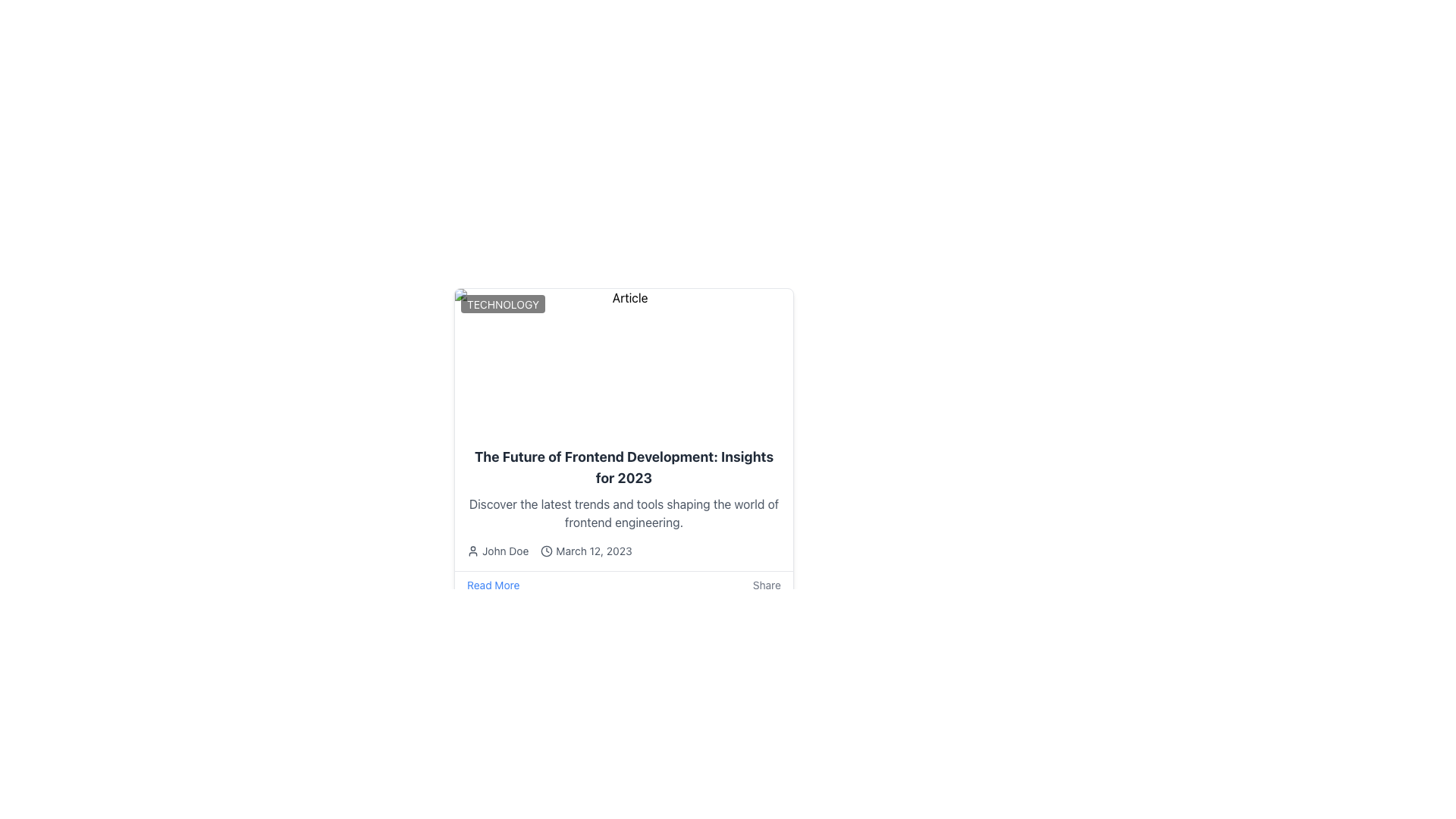 This screenshot has height=819, width=1456. Describe the element at coordinates (472, 551) in the screenshot. I see `the user icon representing 'John Doe', located near the bottom left of its grouping, slightly to the left of the clock icon` at that location.